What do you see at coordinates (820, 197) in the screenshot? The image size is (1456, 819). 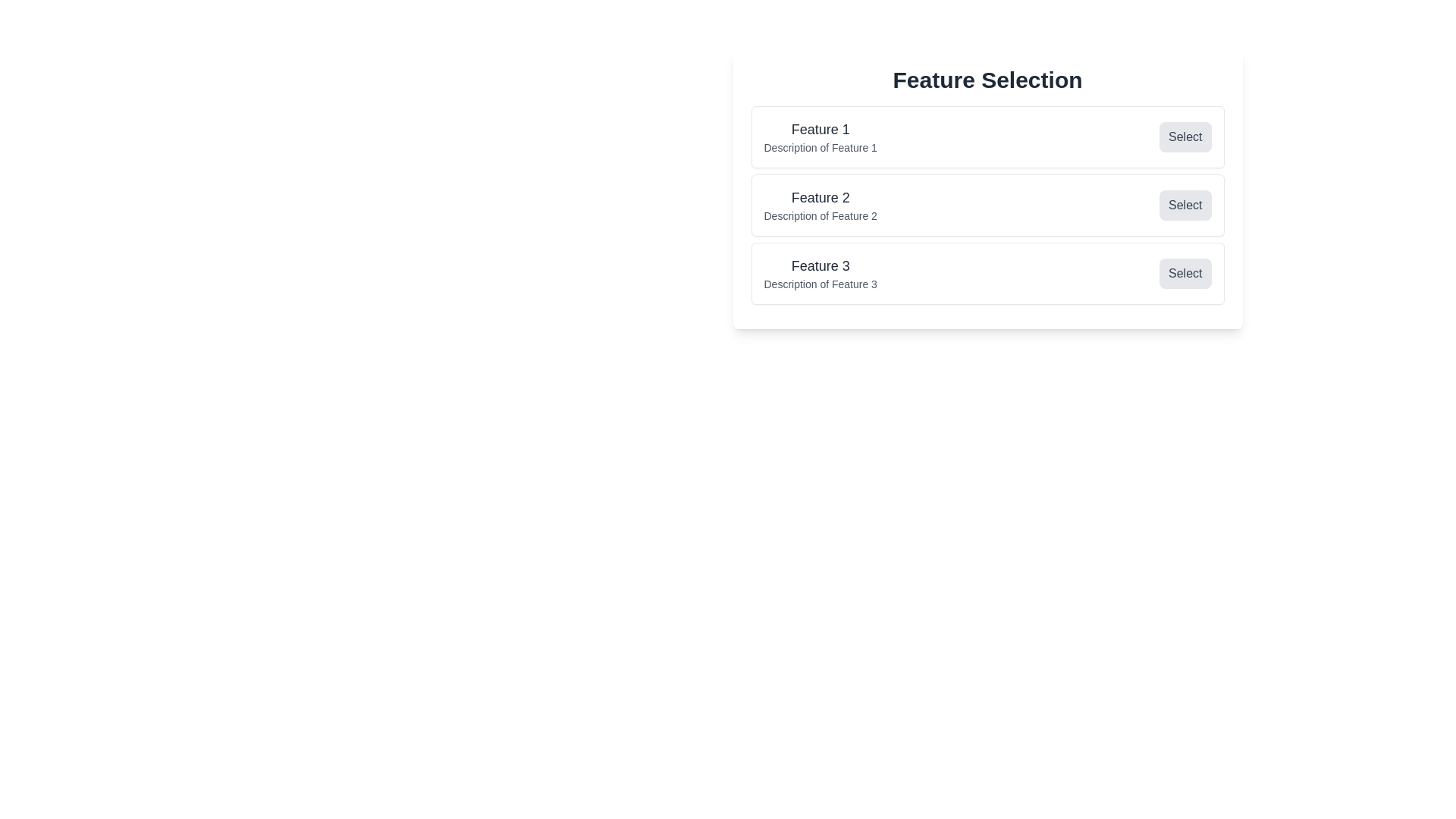 I see `the text label that serves as the title for the second feature in the list under 'Feature Selection'` at bounding box center [820, 197].